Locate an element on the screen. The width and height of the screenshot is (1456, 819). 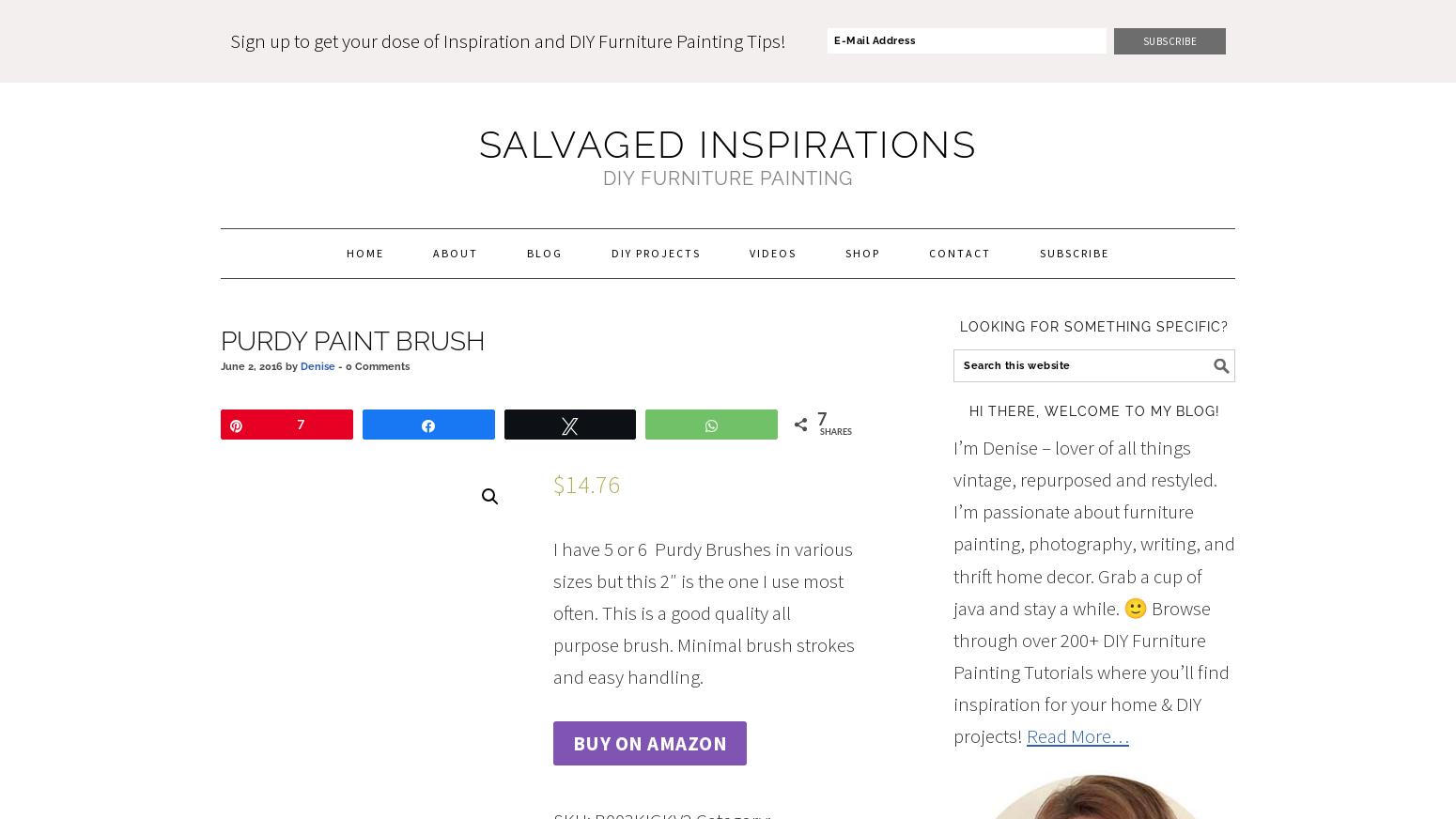
'Salvaged Inspirations' is located at coordinates (727, 144).